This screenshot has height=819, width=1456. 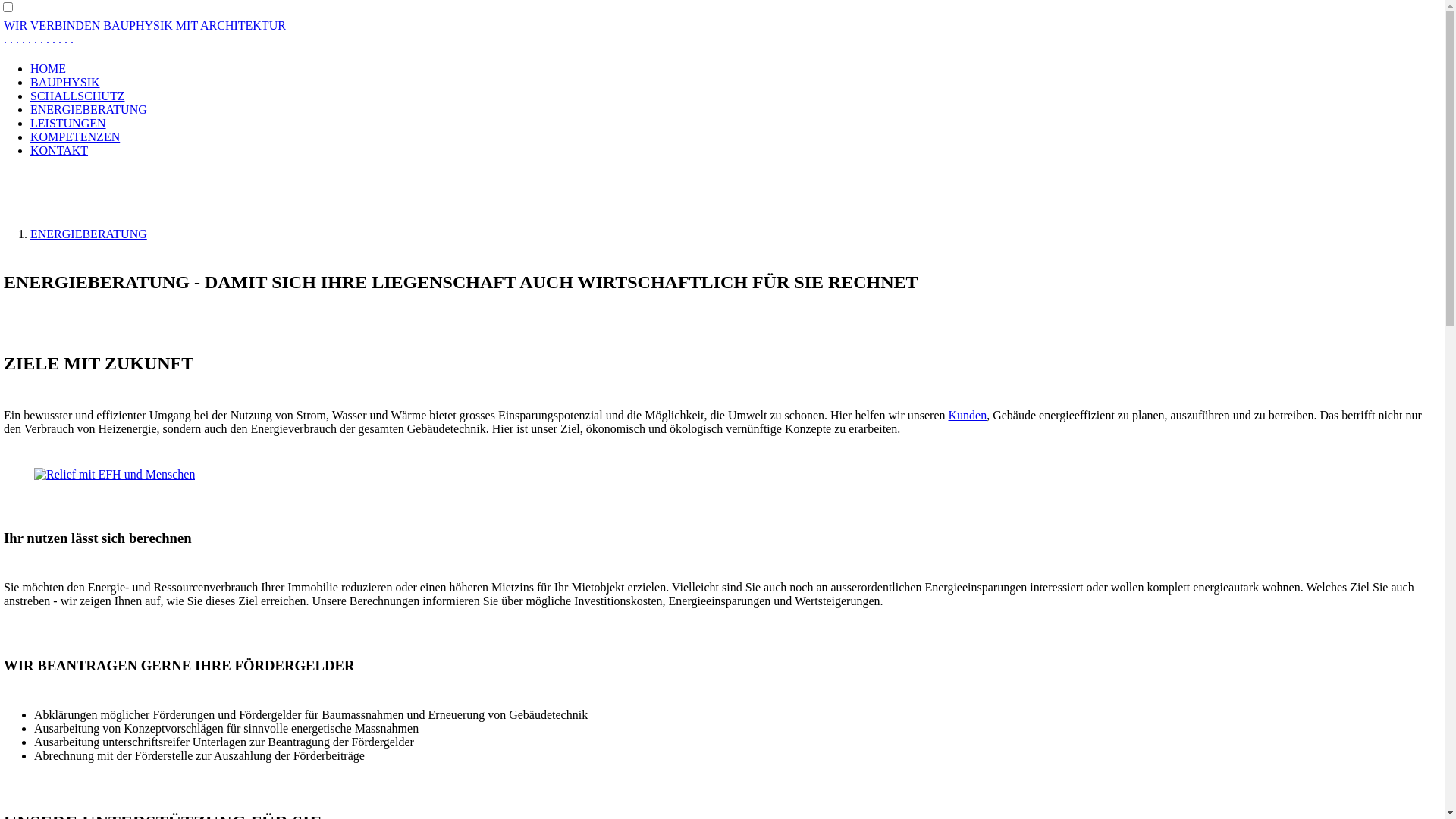 I want to click on 'ENERGIEBERATUNG', so click(x=87, y=108).